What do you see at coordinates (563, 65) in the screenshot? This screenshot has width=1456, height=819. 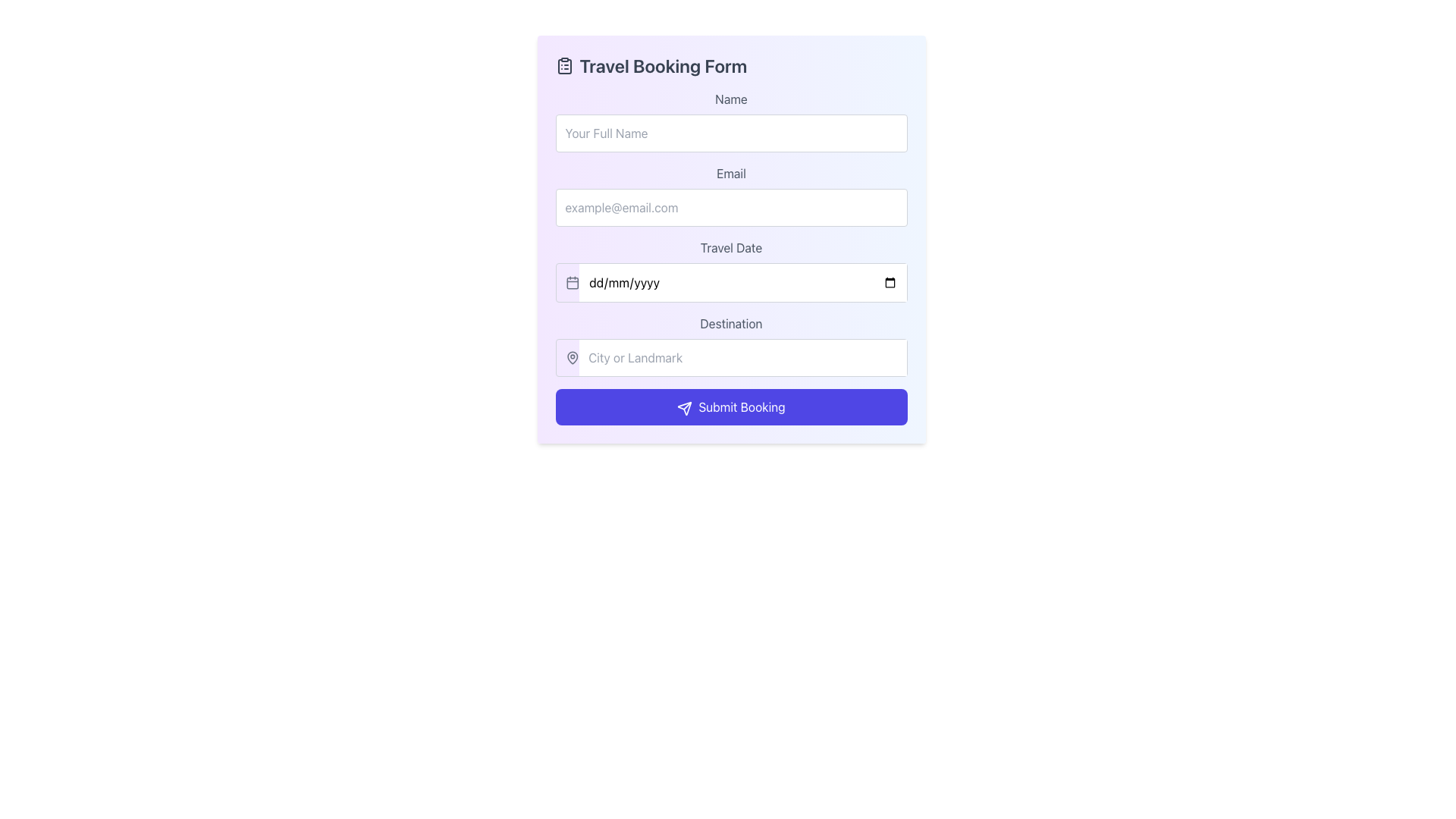 I see `clipboard icon with a list located to the left of the 'Travel Booking Form' text in the header section` at bounding box center [563, 65].